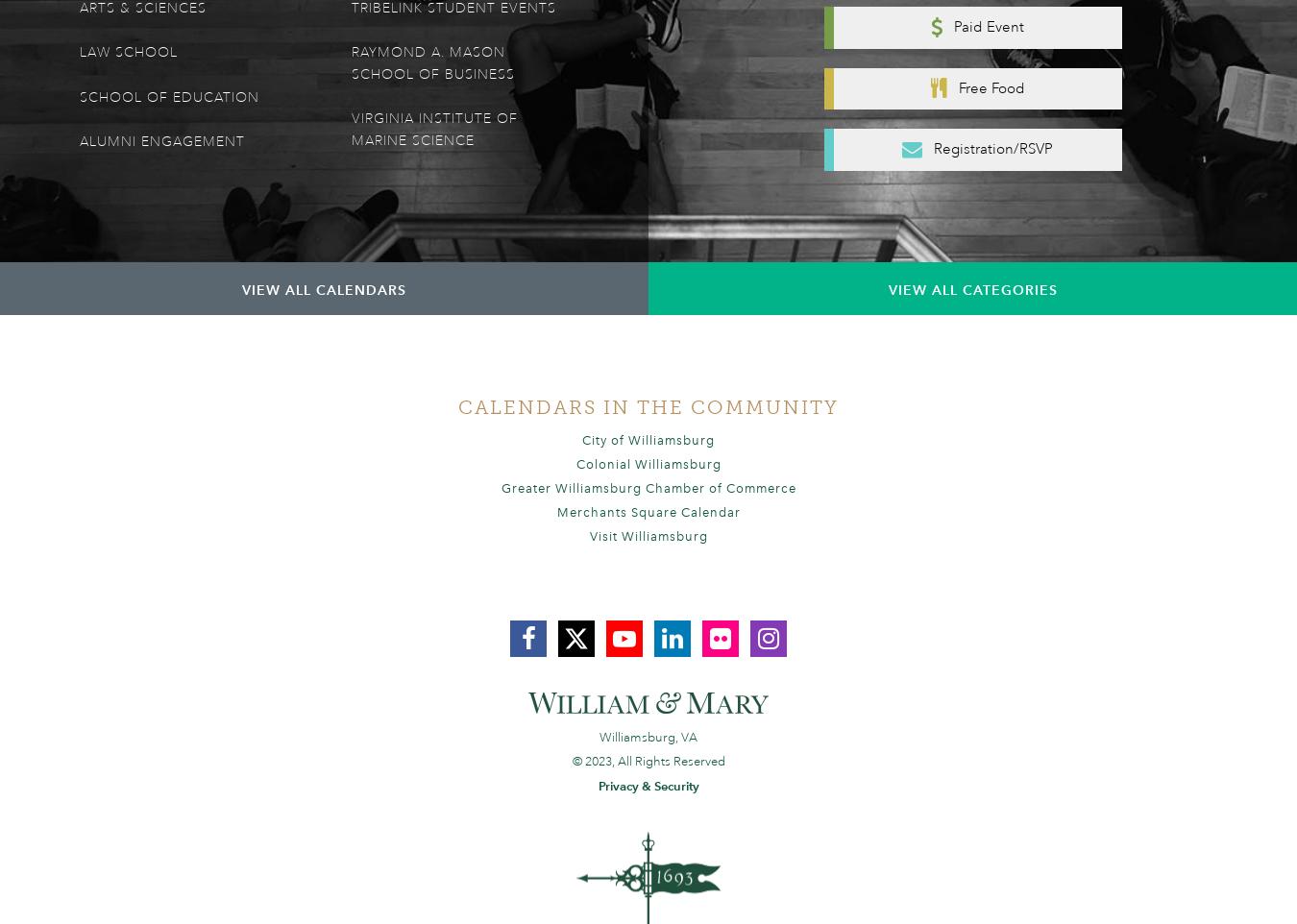 This screenshot has height=924, width=1297. I want to click on 'Arts & Sciences', so click(143, 8).